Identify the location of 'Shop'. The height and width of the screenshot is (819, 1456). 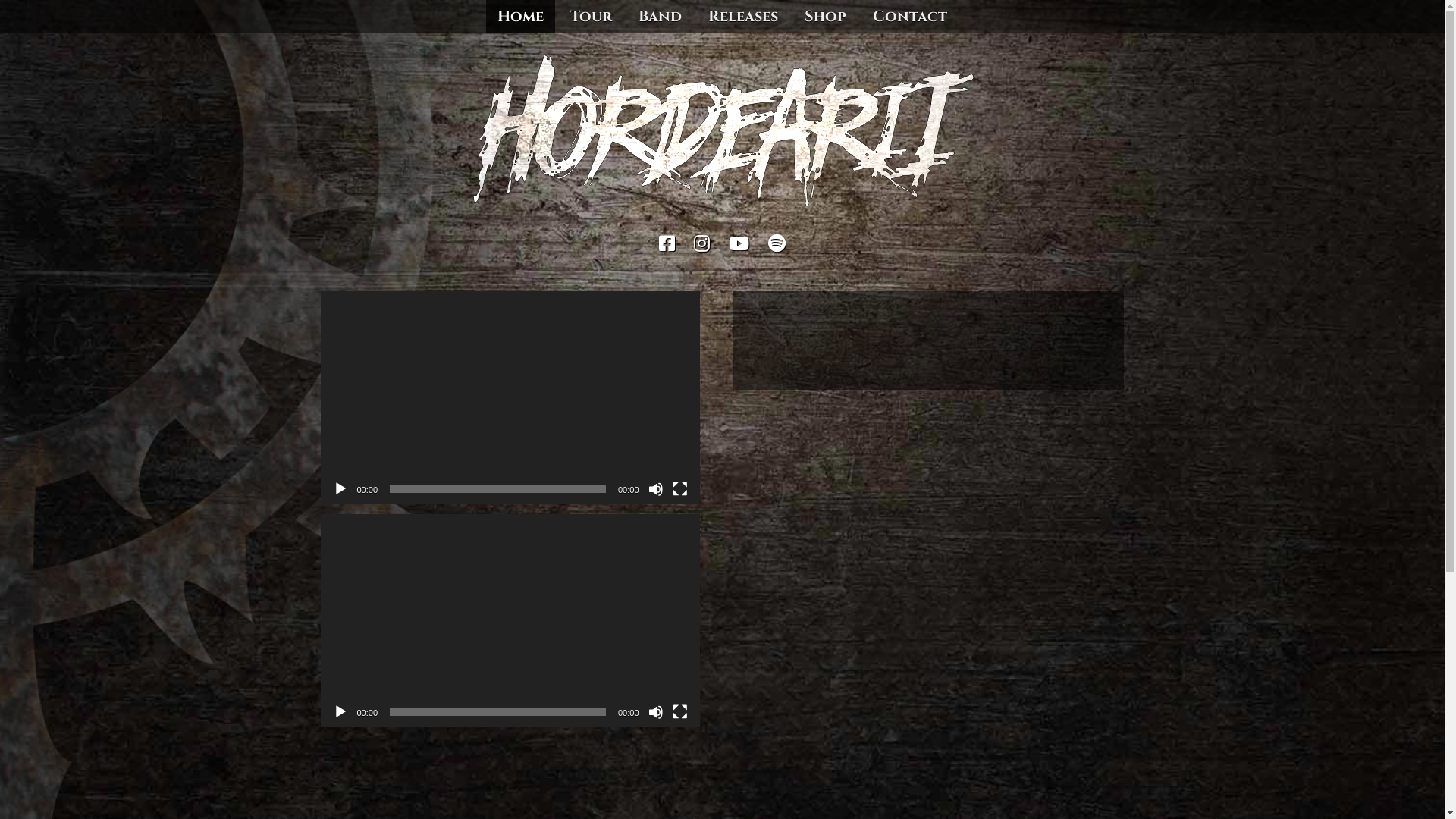
(824, 17).